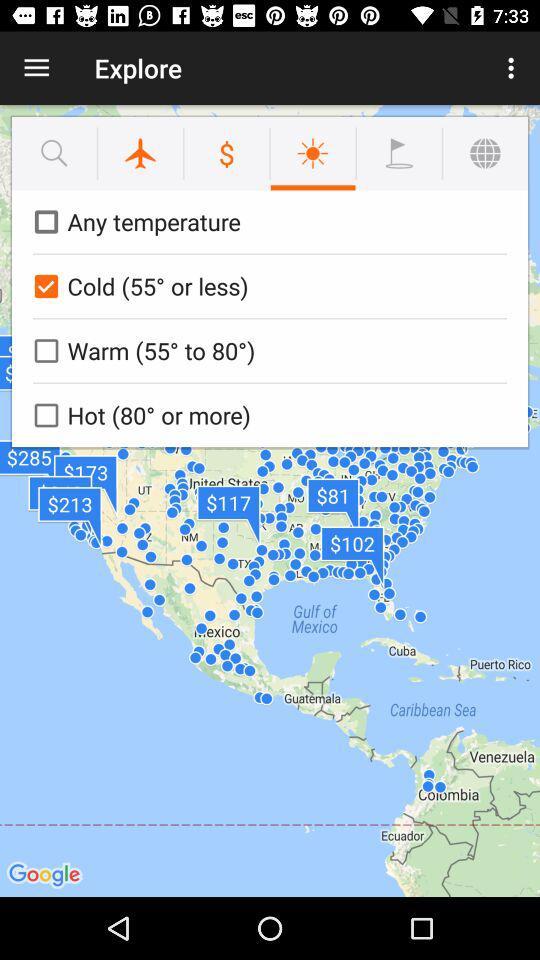 This screenshot has height=960, width=540. What do you see at coordinates (266, 350) in the screenshot?
I see `warm 55 to item` at bounding box center [266, 350].